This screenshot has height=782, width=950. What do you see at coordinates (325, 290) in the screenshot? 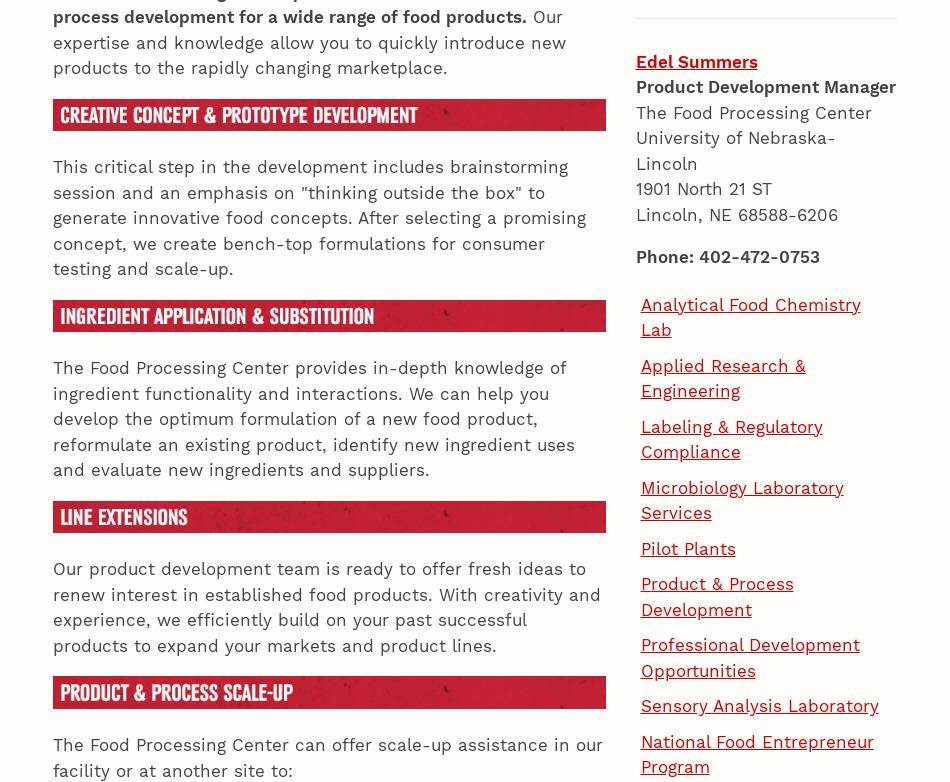
I see `'Our product development team is ready to offer fresh ideas to renew interest in established food products. With creativity and experience, we efficiently build on your past successful products to expand your markets and product lines.'` at bounding box center [325, 290].